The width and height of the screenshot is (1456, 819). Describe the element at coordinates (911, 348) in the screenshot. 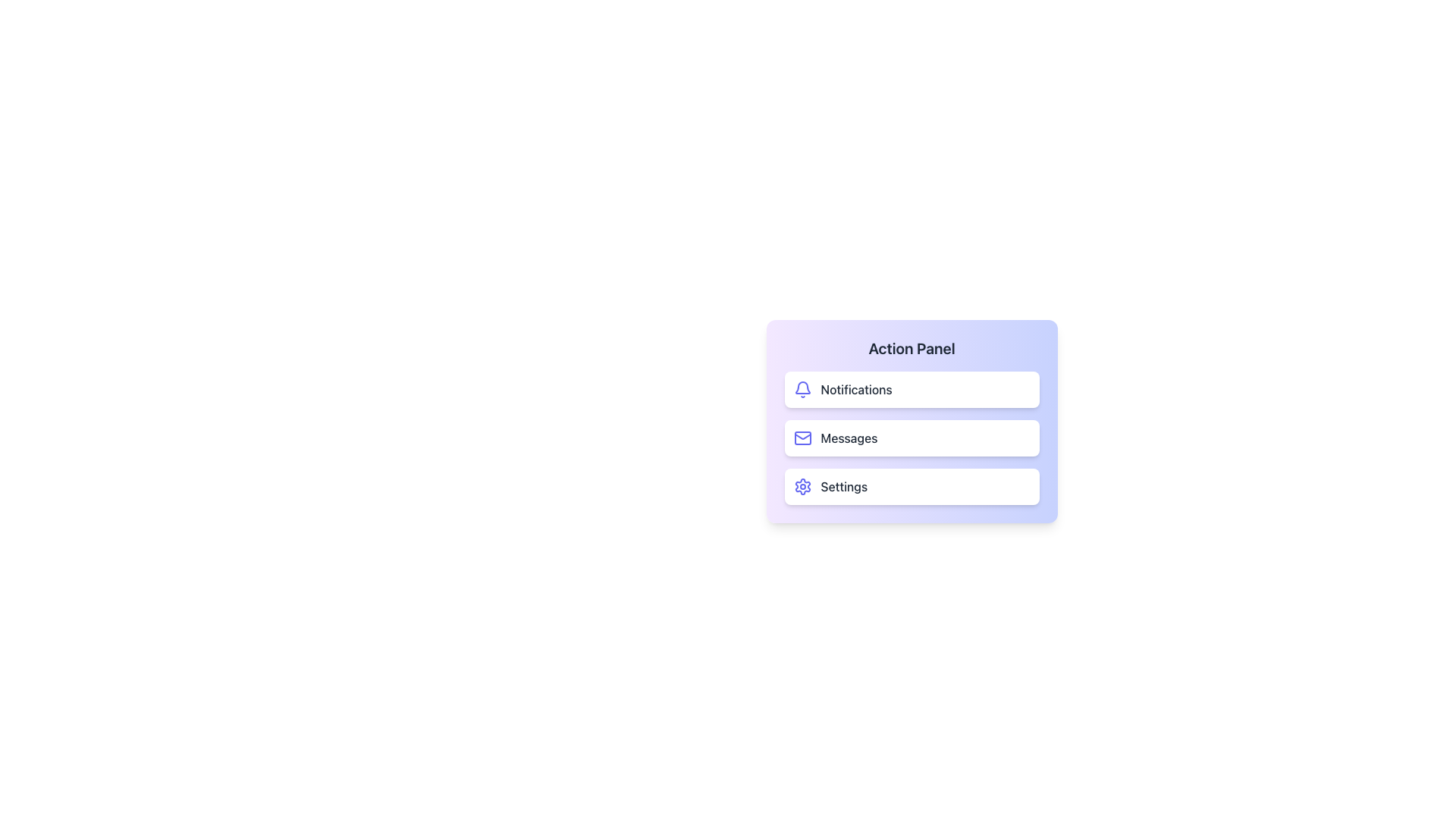

I see `the header text label that serves as the title for the grouped buttons below` at that location.